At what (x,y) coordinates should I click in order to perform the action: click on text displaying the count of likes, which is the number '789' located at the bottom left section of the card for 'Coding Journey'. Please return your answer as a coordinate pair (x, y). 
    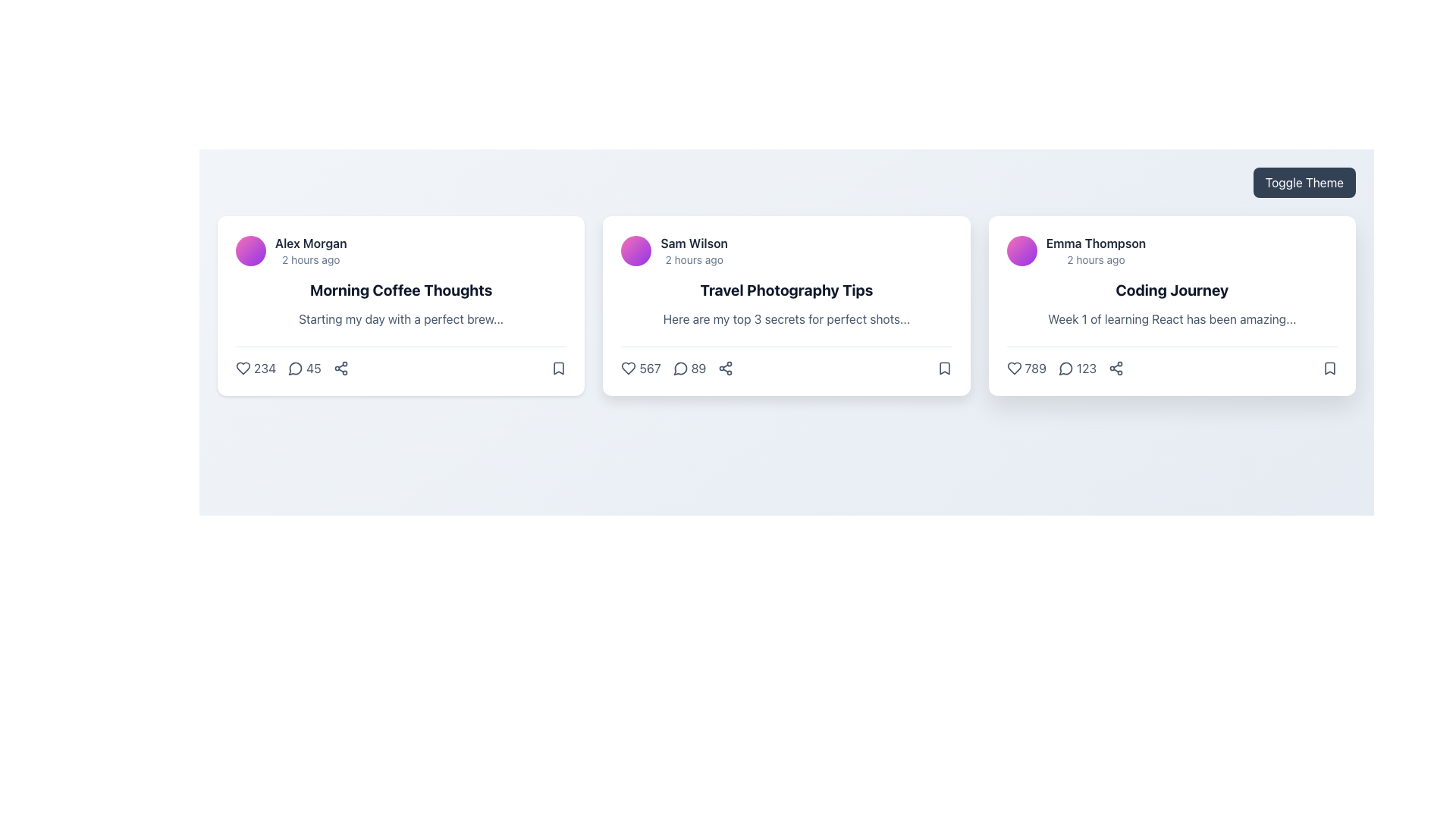
    Looking at the image, I should click on (1034, 369).